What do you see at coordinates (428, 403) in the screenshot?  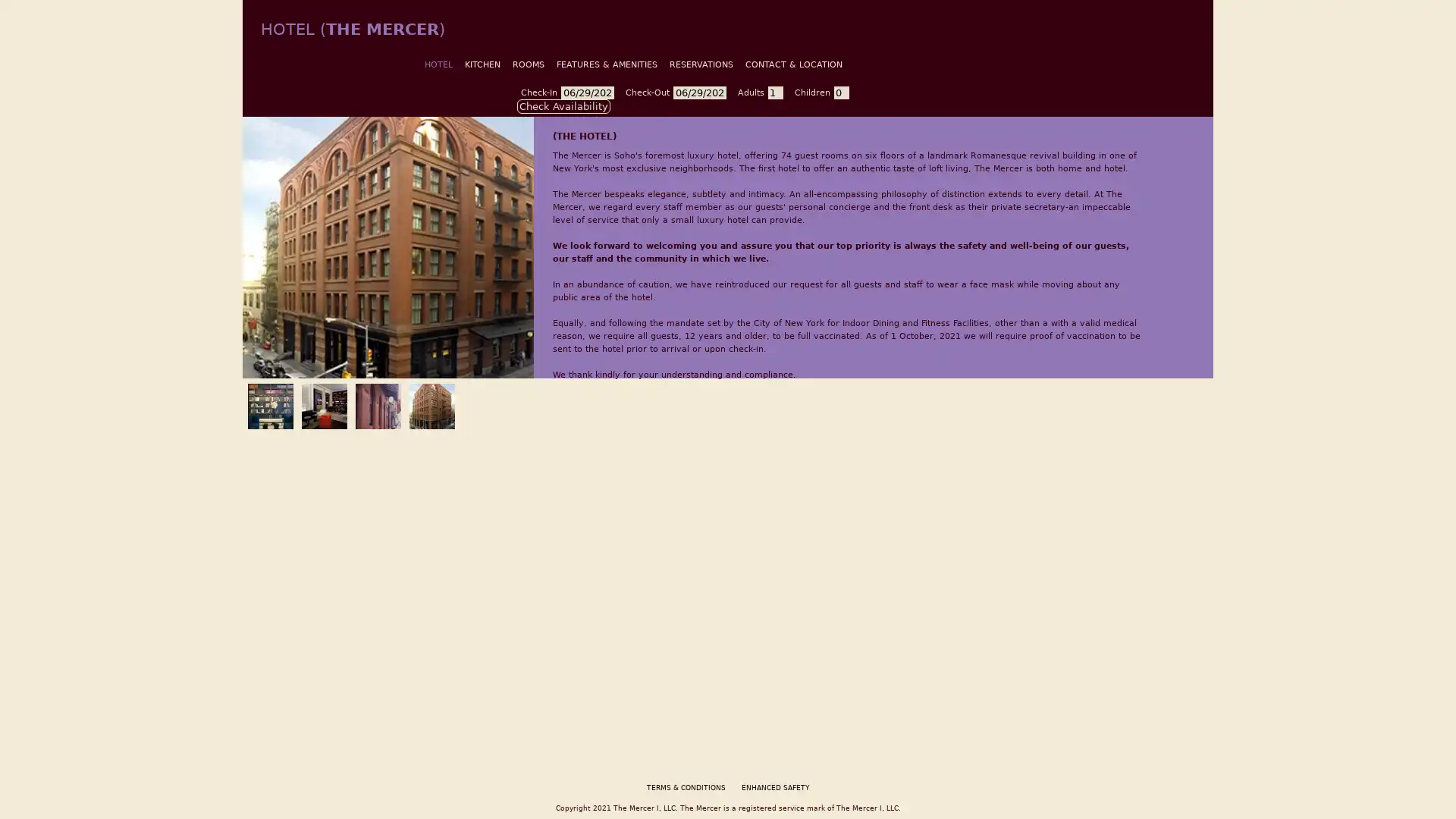 I see `Hotel exterior far` at bounding box center [428, 403].